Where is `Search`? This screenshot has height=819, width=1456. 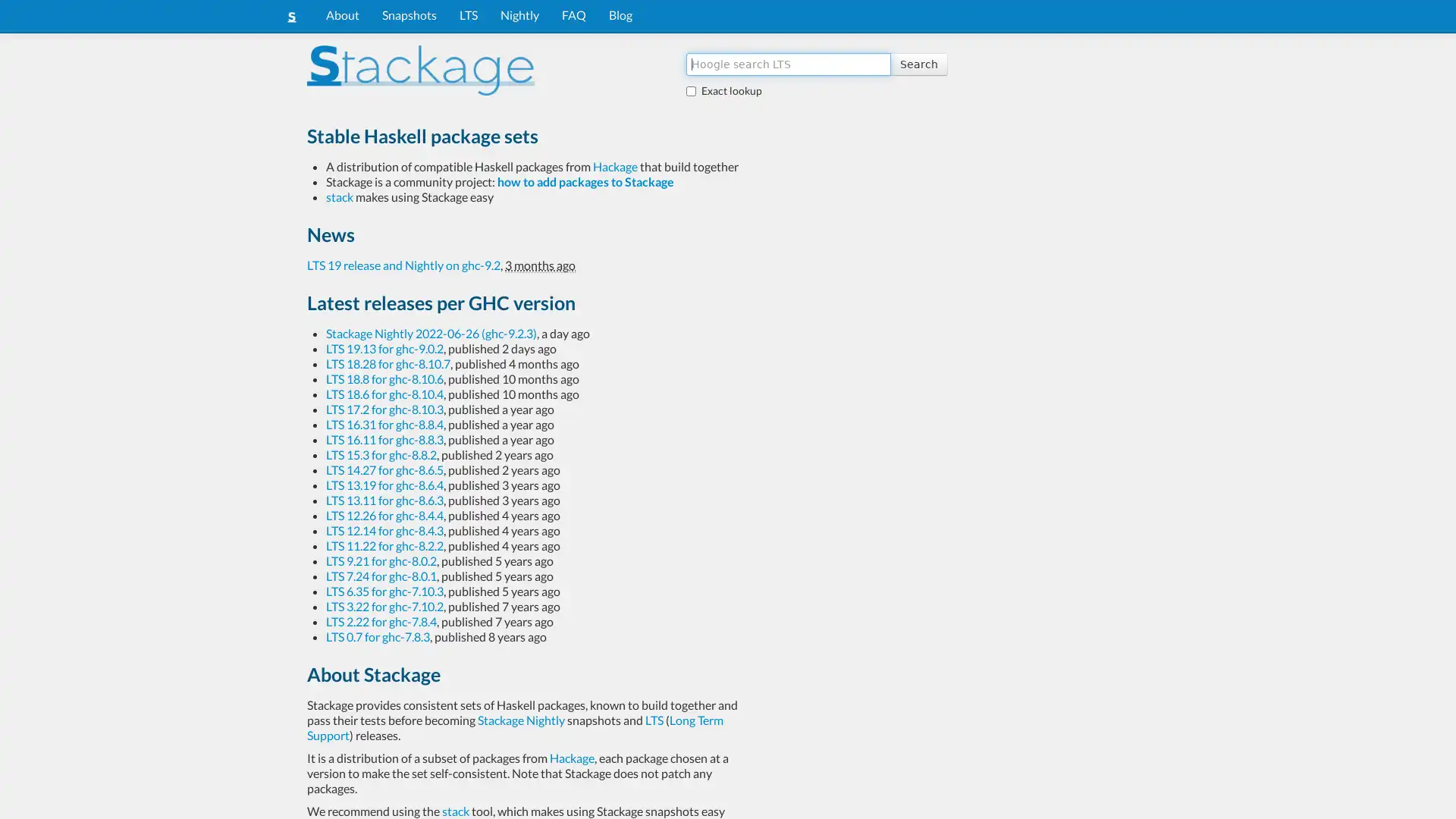 Search is located at coordinates (918, 63).